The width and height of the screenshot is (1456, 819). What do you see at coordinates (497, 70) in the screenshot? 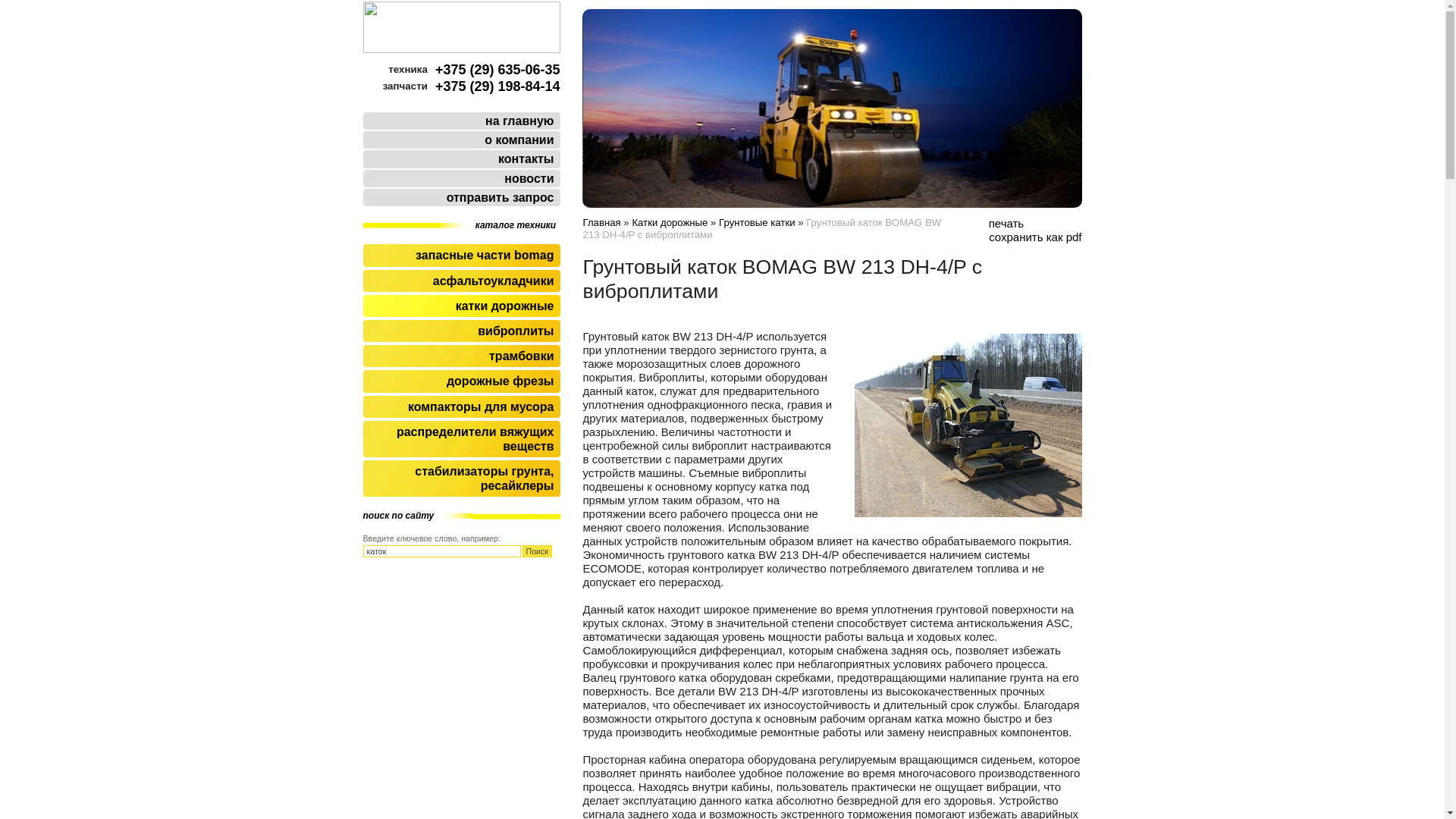
I see `'+375 (29) 635-06-35'` at bounding box center [497, 70].